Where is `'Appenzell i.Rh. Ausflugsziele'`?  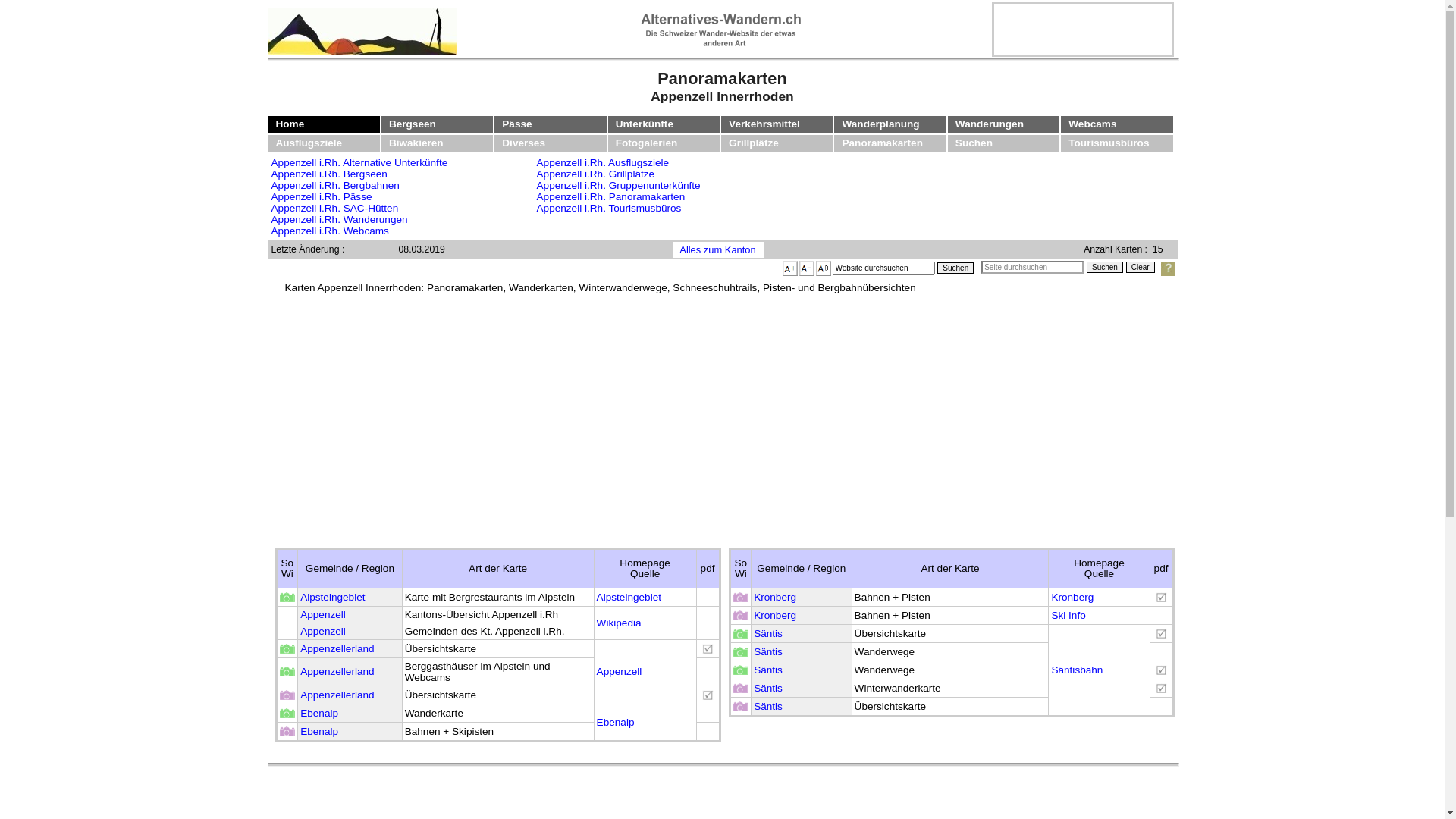
'Appenzell i.Rh. Ausflugsziele' is located at coordinates (602, 162).